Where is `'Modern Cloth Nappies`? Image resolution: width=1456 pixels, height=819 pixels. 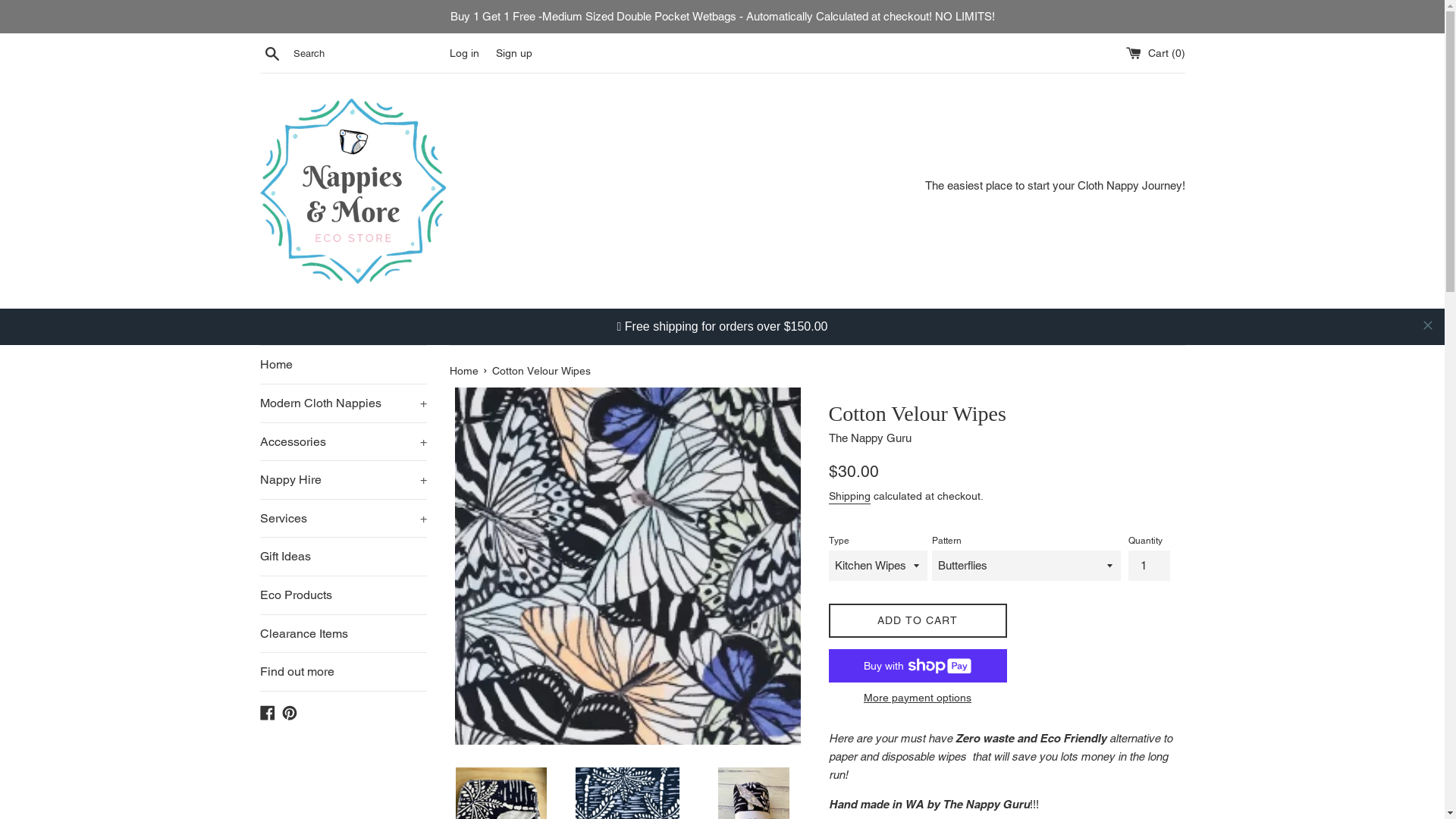
'Modern Cloth Nappies is located at coordinates (341, 366).